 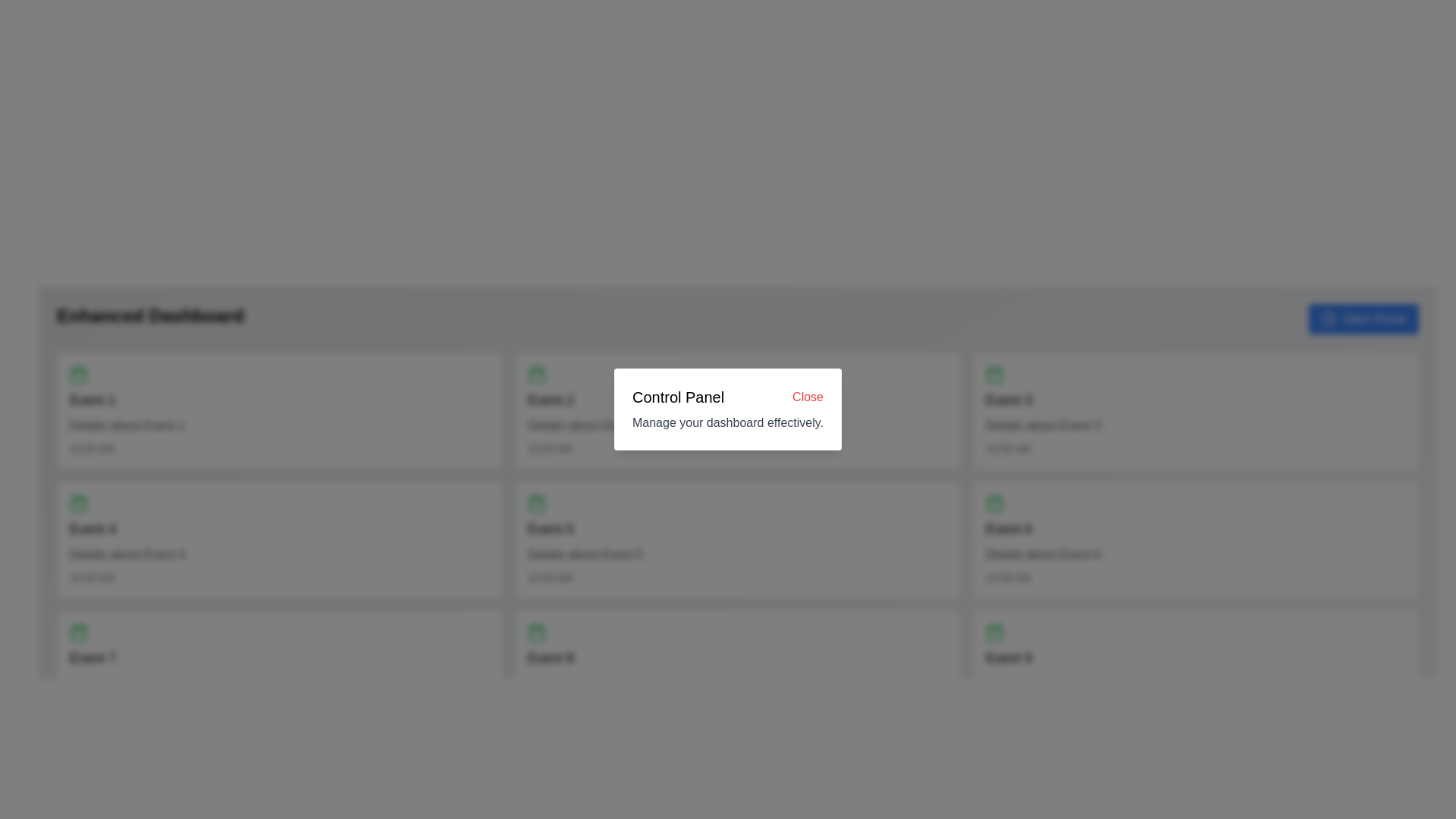 I want to click on the visual representation of the calendar icon with a green hue, located at the top-left corner of the 'Event 6' card, so click(x=994, y=503).